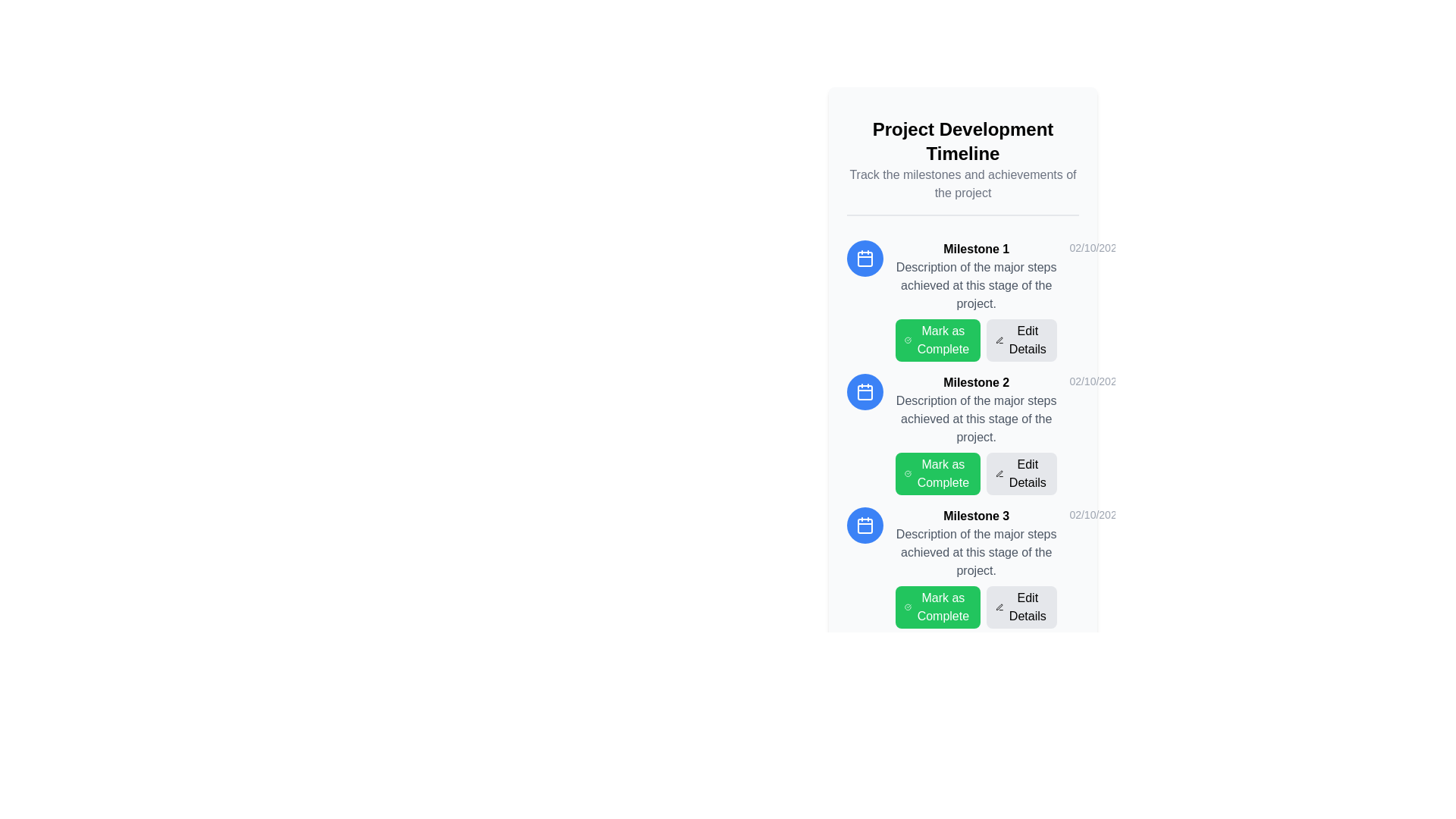 The image size is (1456, 819). What do you see at coordinates (937, 472) in the screenshot?
I see `the button under the second milestone to mark it as complete` at bounding box center [937, 472].